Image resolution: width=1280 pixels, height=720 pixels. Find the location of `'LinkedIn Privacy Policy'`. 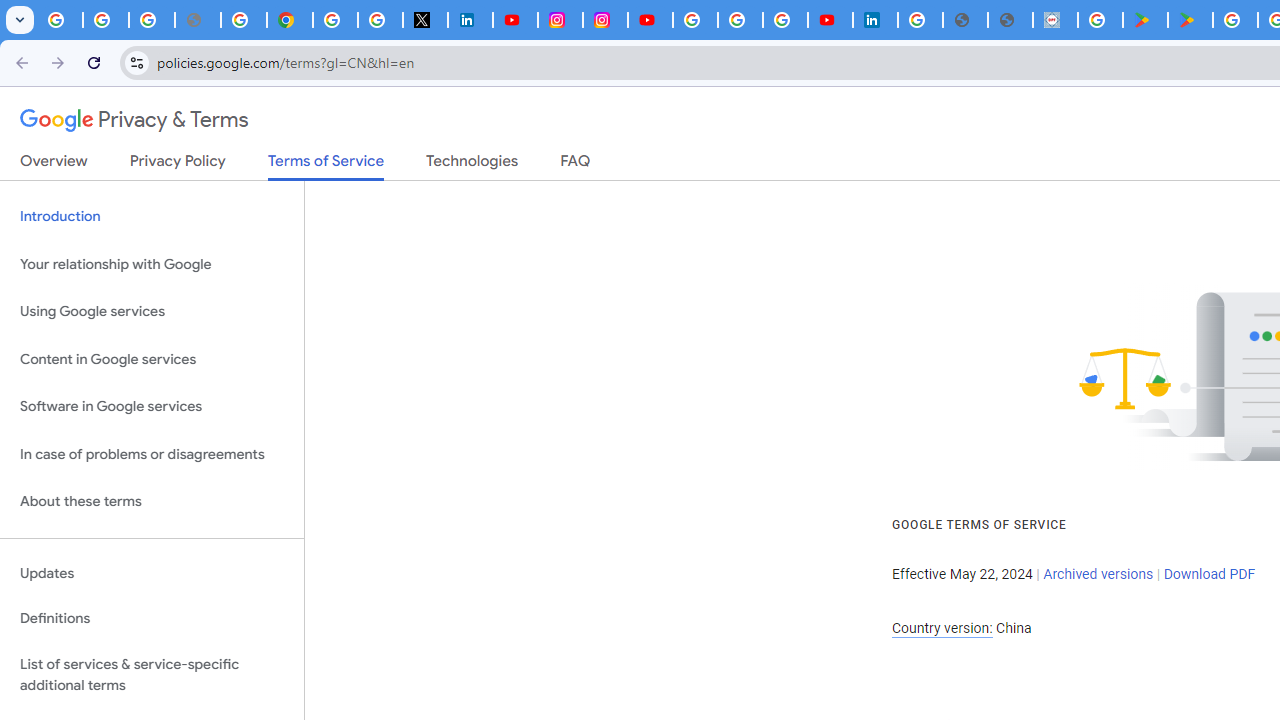

'LinkedIn Privacy Policy' is located at coordinates (469, 20).